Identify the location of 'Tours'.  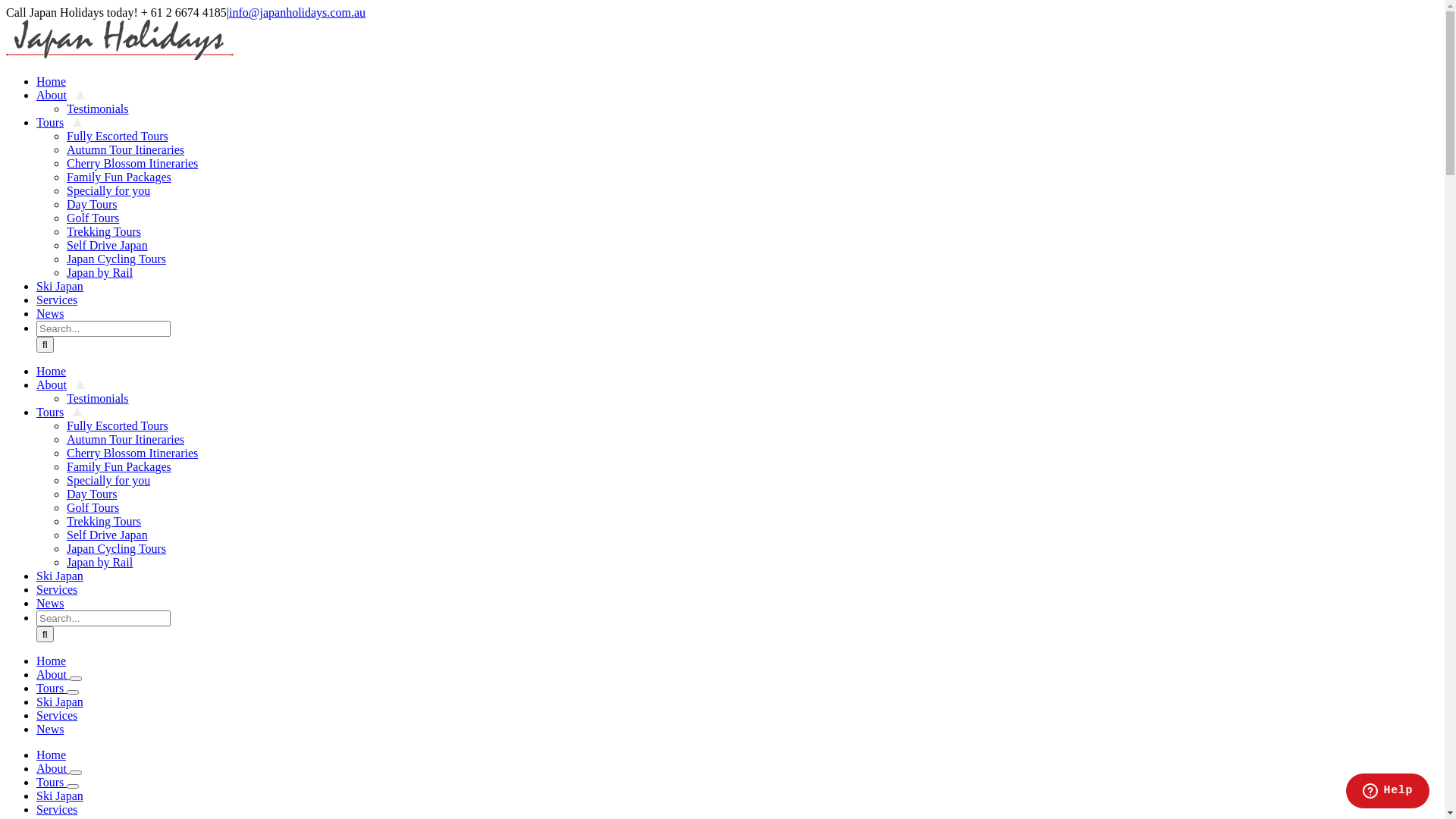
(58, 121).